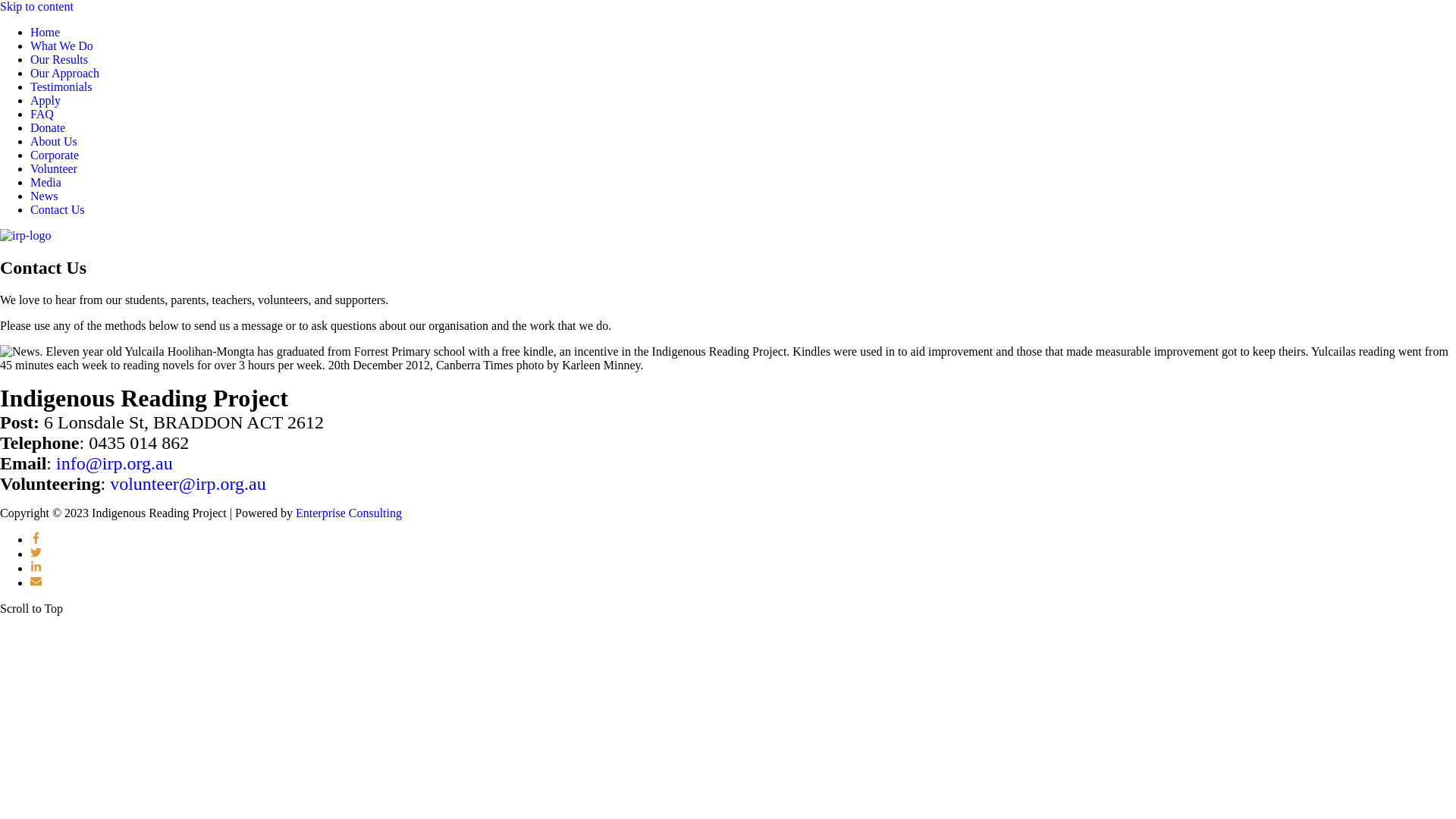 The image size is (1456, 819). Describe the element at coordinates (45, 32) in the screenshot. I see `'Home'` at that location.